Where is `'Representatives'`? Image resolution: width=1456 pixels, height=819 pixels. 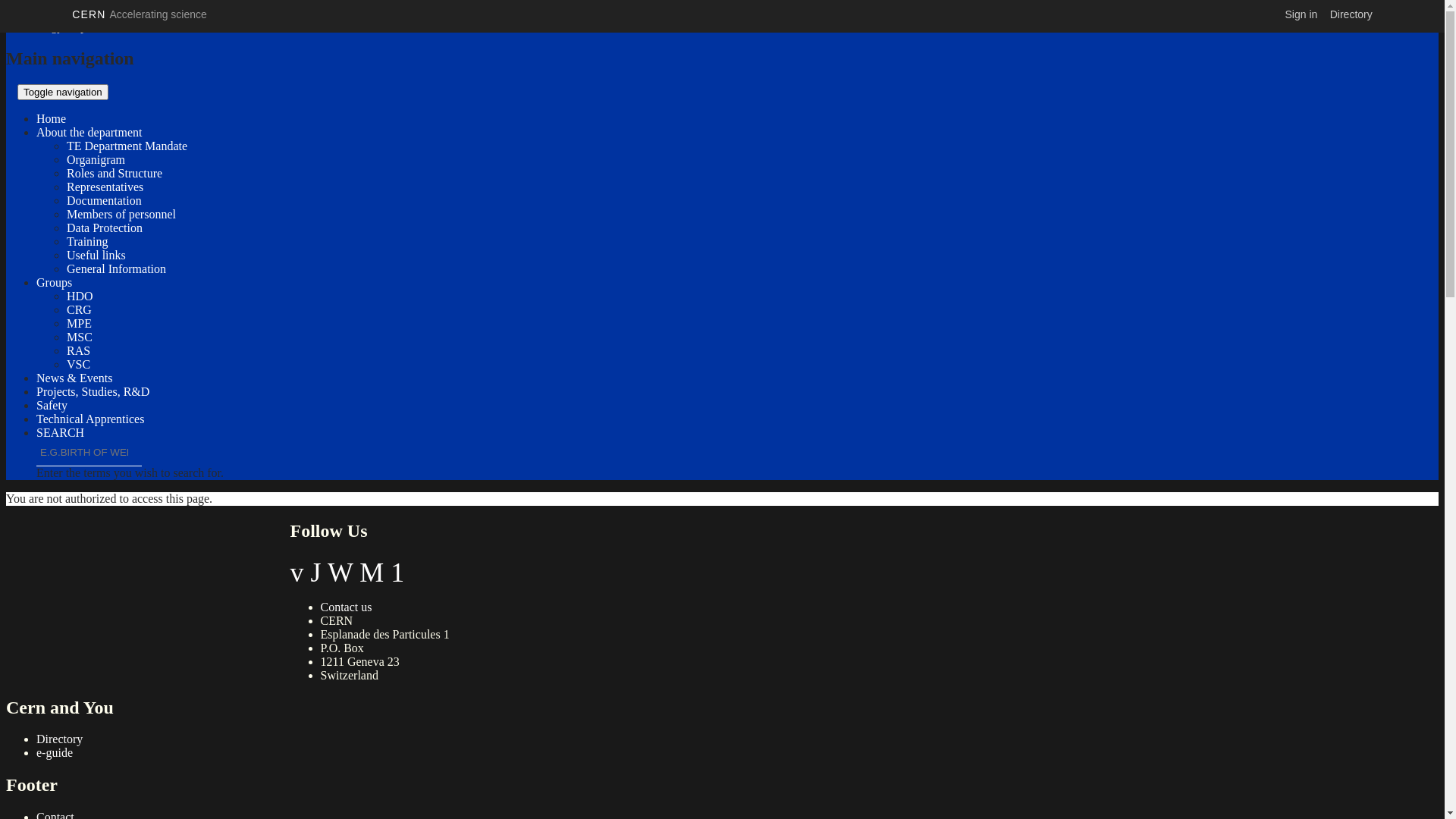
'Representatives' is located at coordinates (65, 186).